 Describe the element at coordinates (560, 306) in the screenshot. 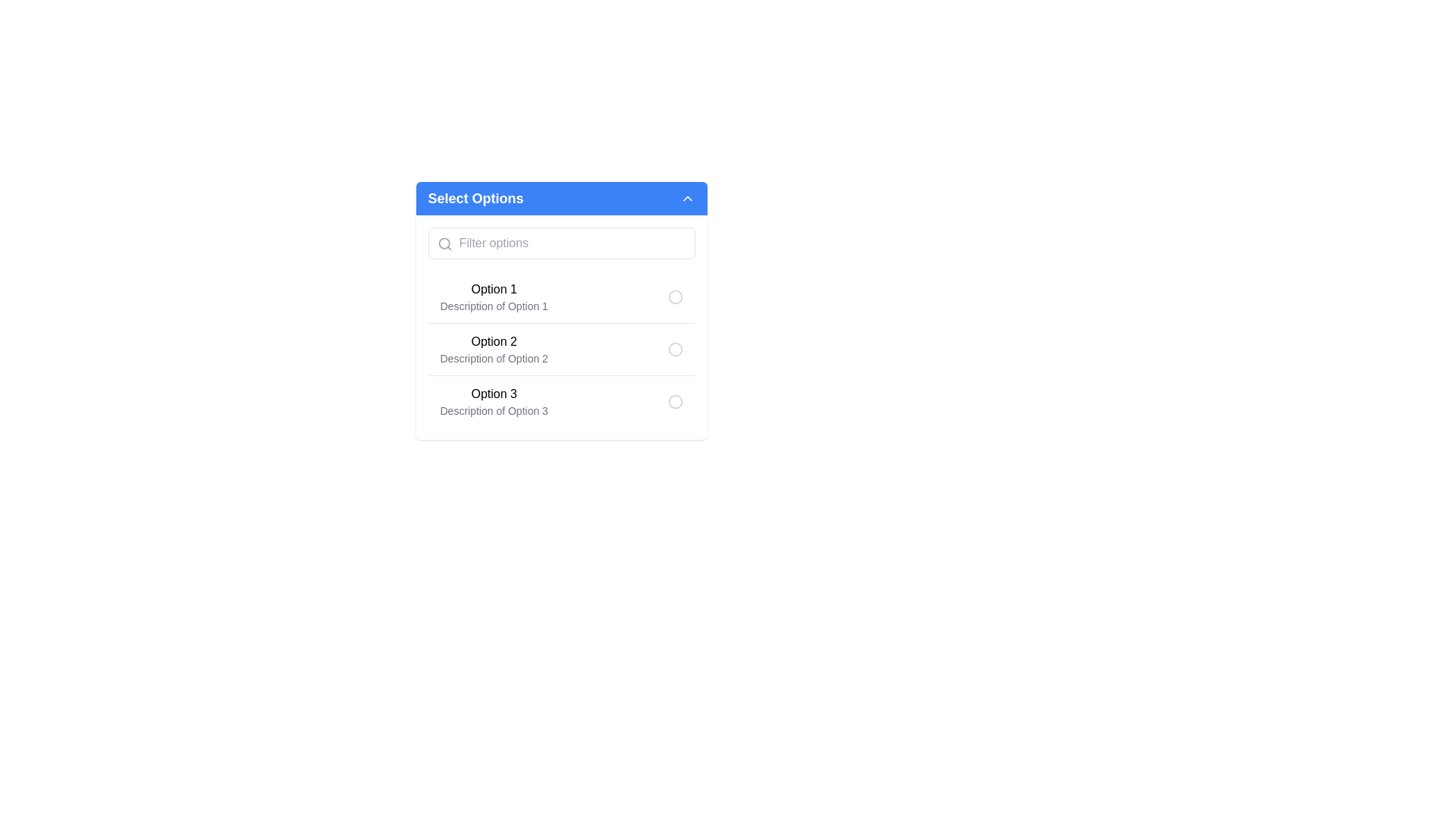

I see `the first option item within the 'Select Options' dropdown menu` at that location.